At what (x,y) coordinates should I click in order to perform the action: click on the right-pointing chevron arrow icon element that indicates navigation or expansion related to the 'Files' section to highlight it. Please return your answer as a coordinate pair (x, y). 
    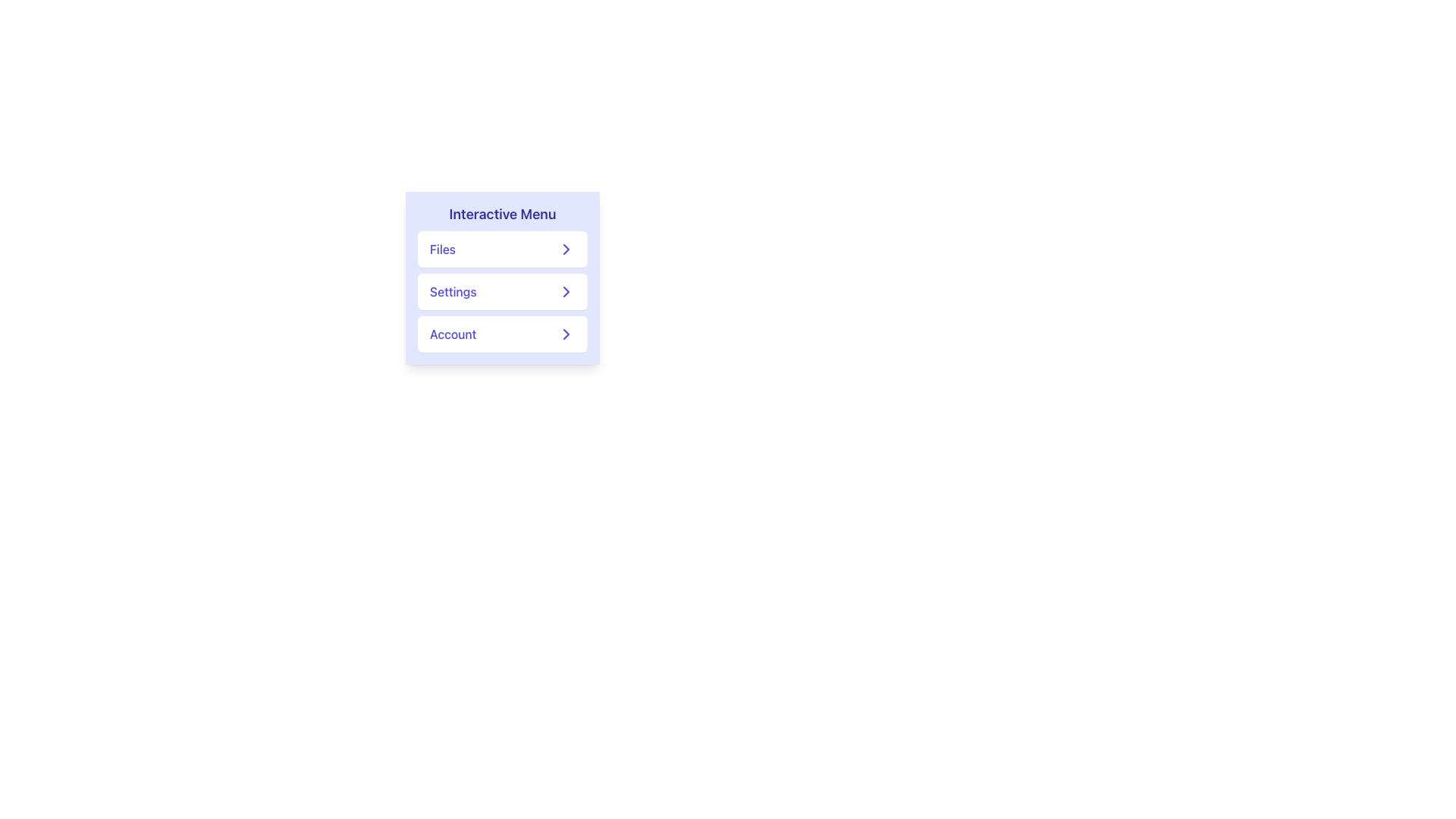
    Looking at the image, I should click on (566, 248).